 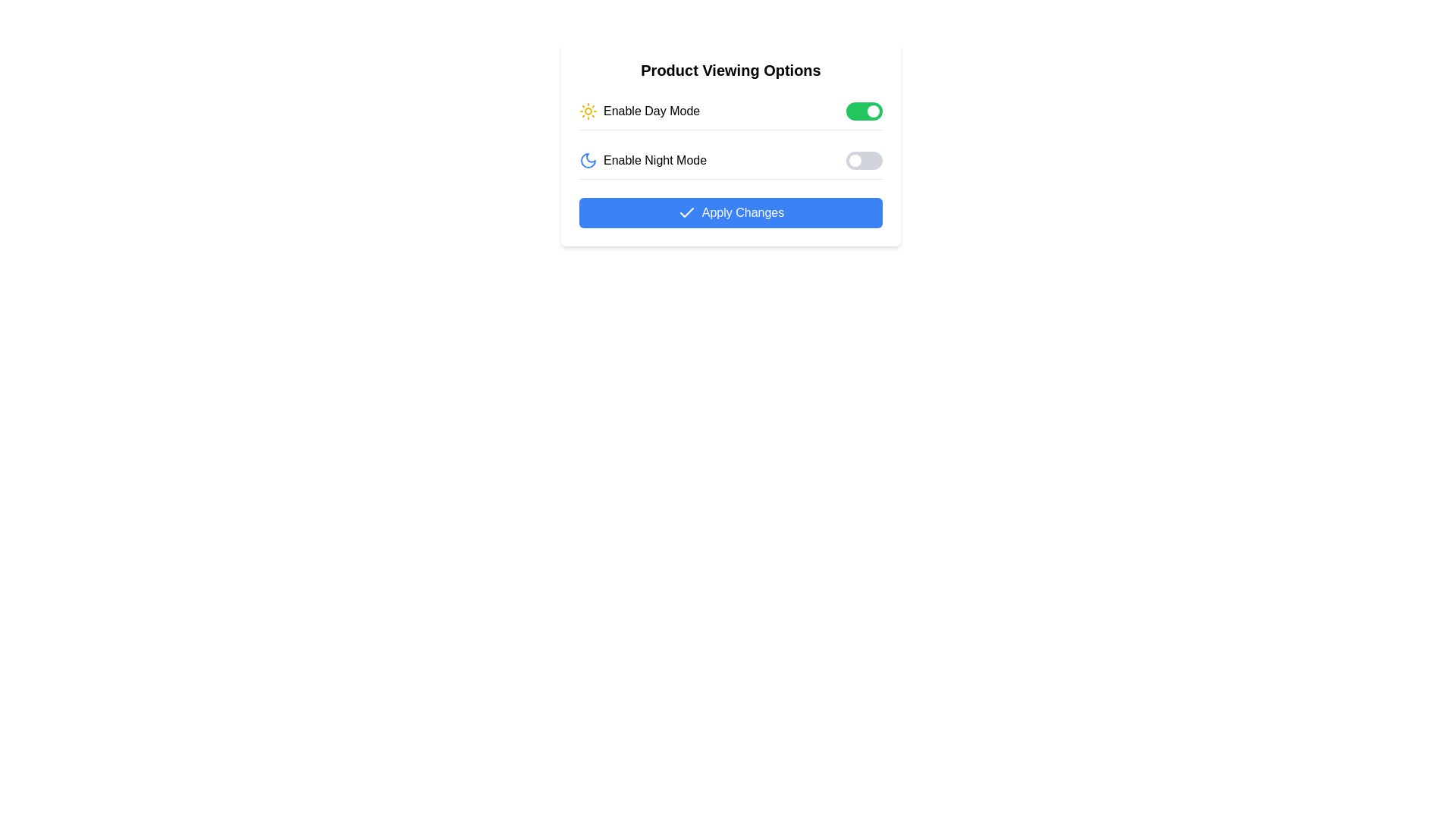 What do you see at coordinates (651, 110) in the screenshot?
I see `the text label 'Enable Day Mode' located to the right of a sun-shaped icon and left of a toggle switch in the settings menu for 'Product Viewing Options'` at bounding box center [651, 110].